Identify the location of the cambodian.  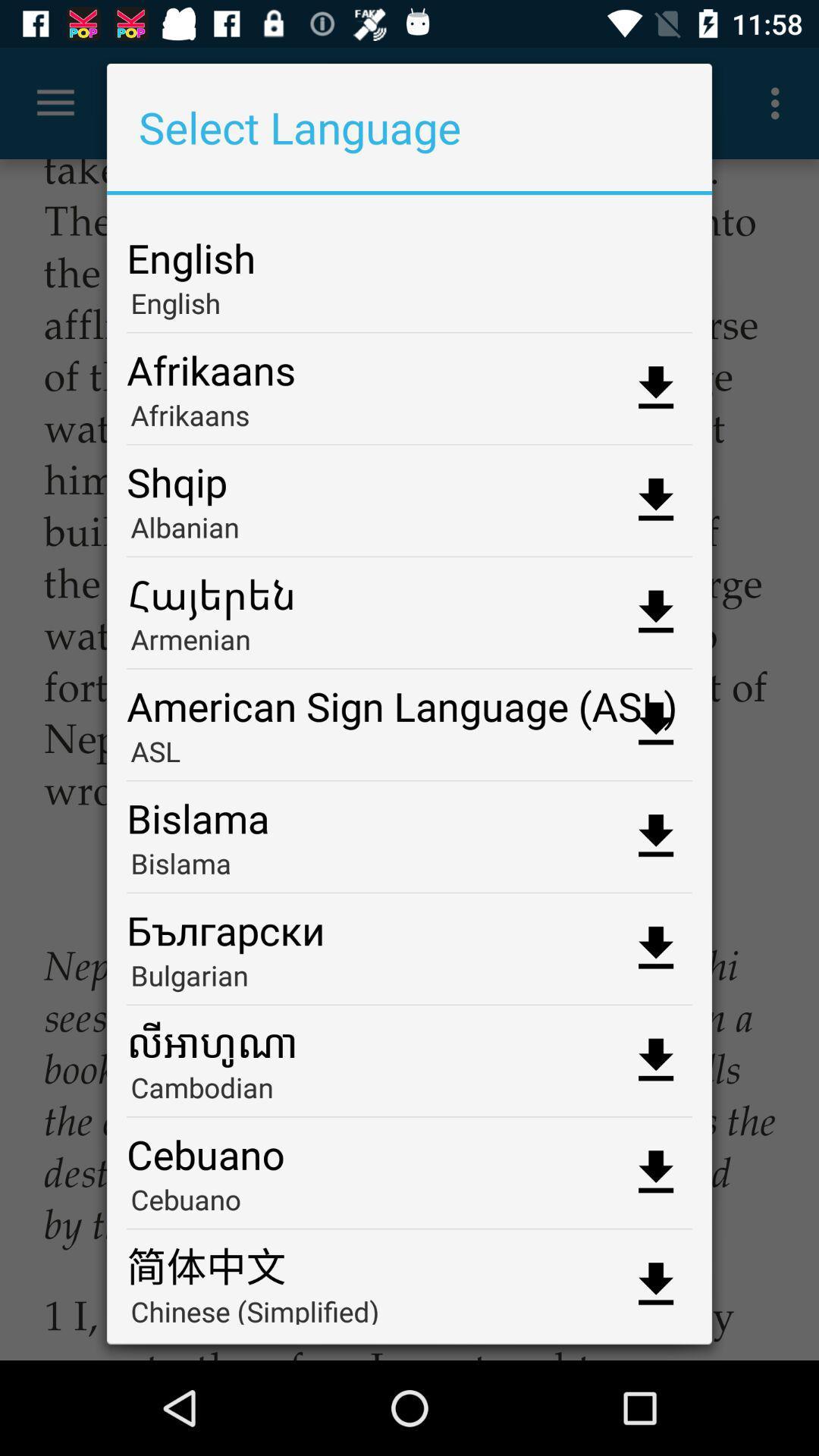
(409, 1092).